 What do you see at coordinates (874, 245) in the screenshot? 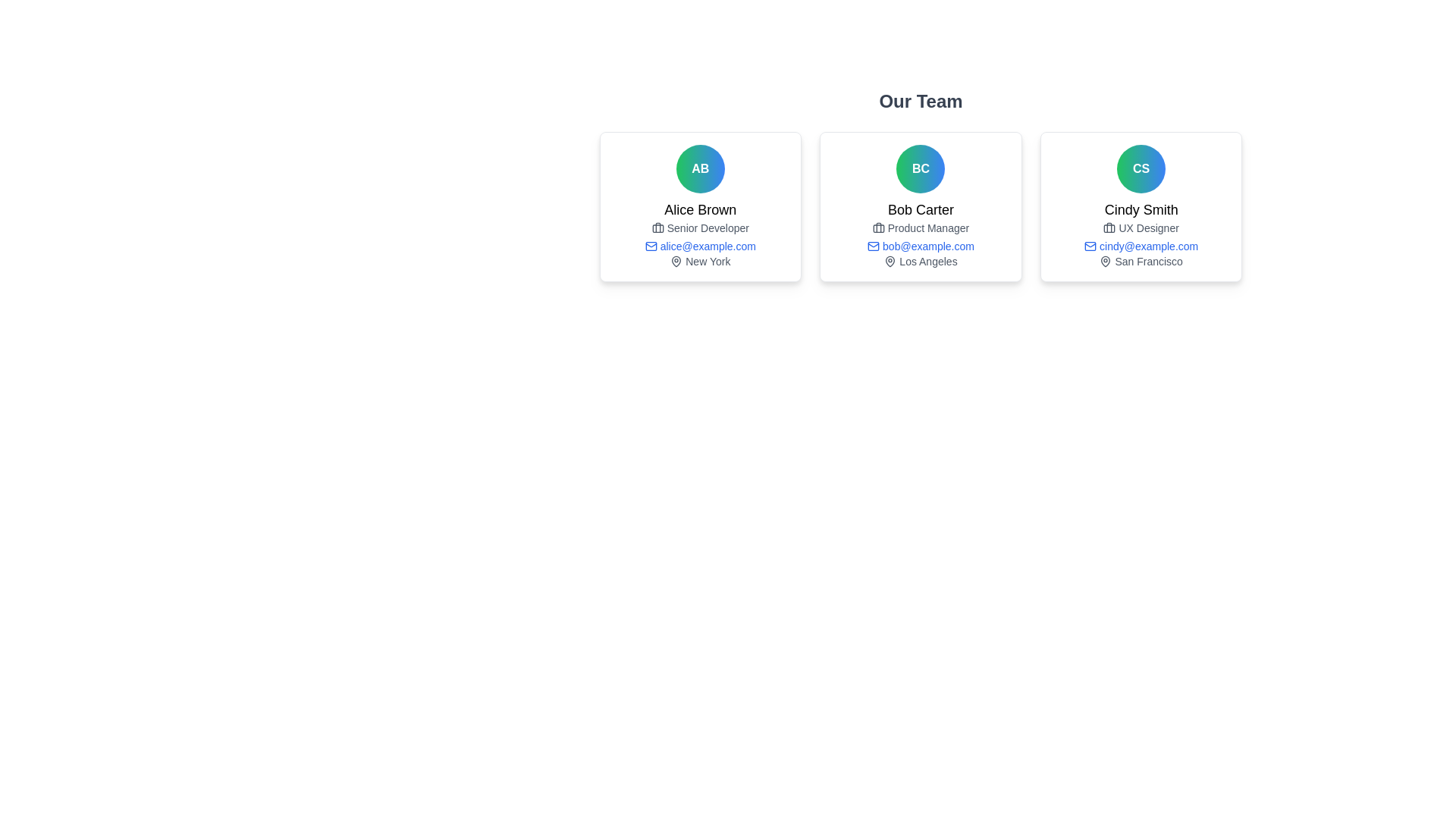
I see `the email icon component in Bob Carter's contact card, which is represented by a larger rectangle within the email envelope icon located below his name and profession` at bounding box center [874, 245].